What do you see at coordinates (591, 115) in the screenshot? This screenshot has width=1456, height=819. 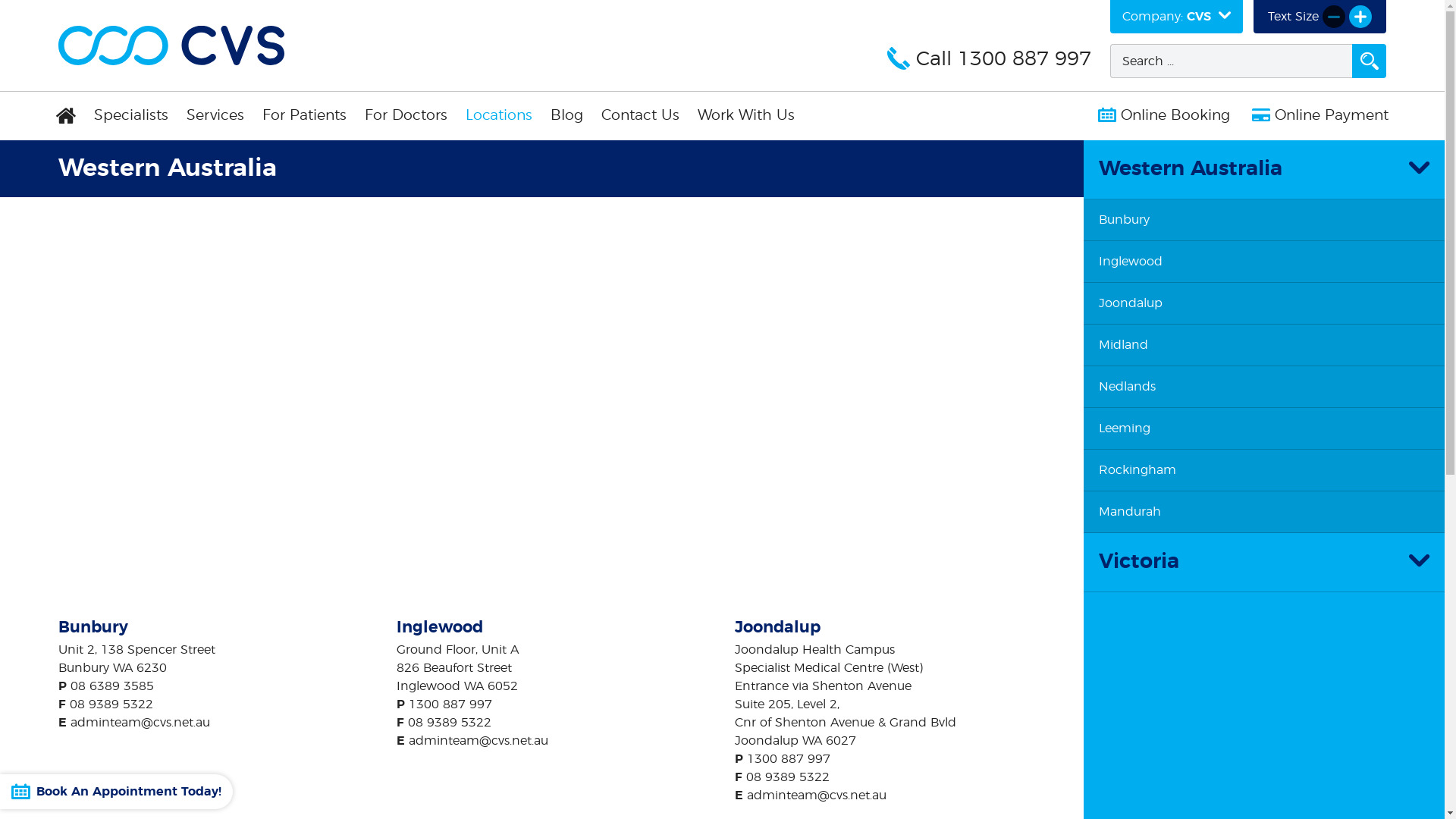 I see `'Contact Us'` at bounding box center [591, 115].